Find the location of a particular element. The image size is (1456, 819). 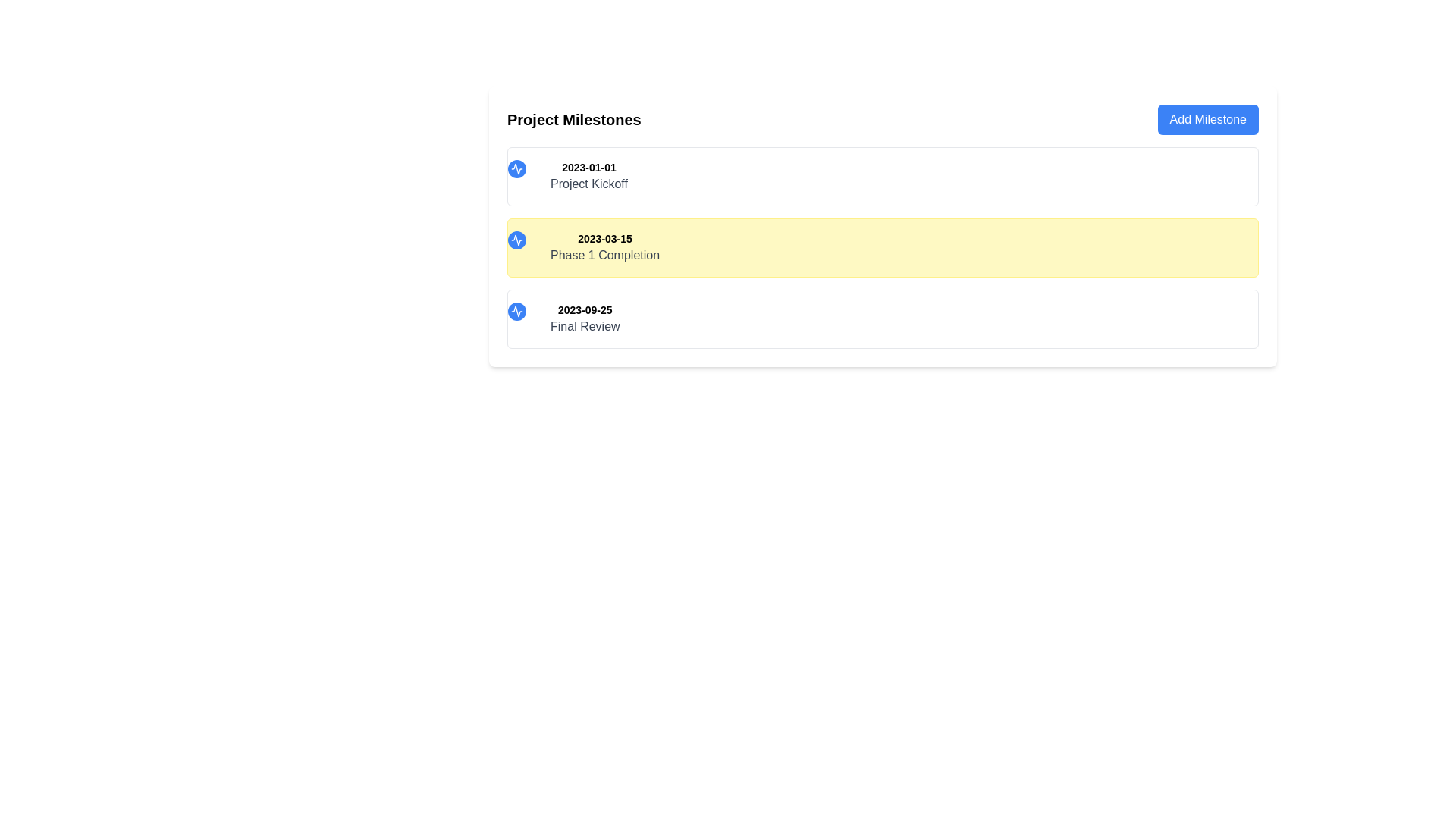

the milestone icon located next to the date '2023-03-15' on the left side of the middle milestone item in the project timeline is located at coordinates (516, 239).